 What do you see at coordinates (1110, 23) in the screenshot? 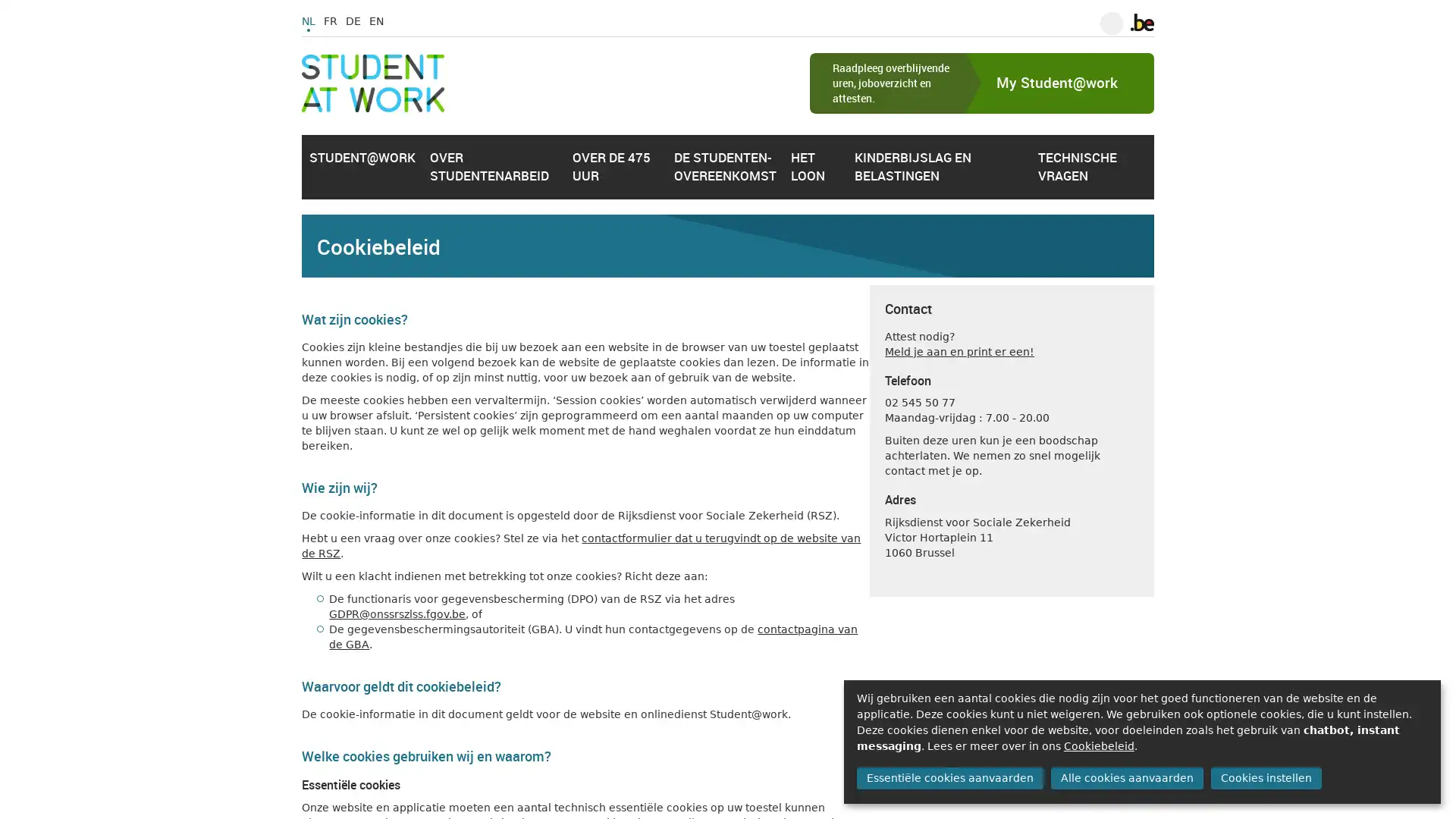
I see `Zoeken` at bounding box center [1110, 23].